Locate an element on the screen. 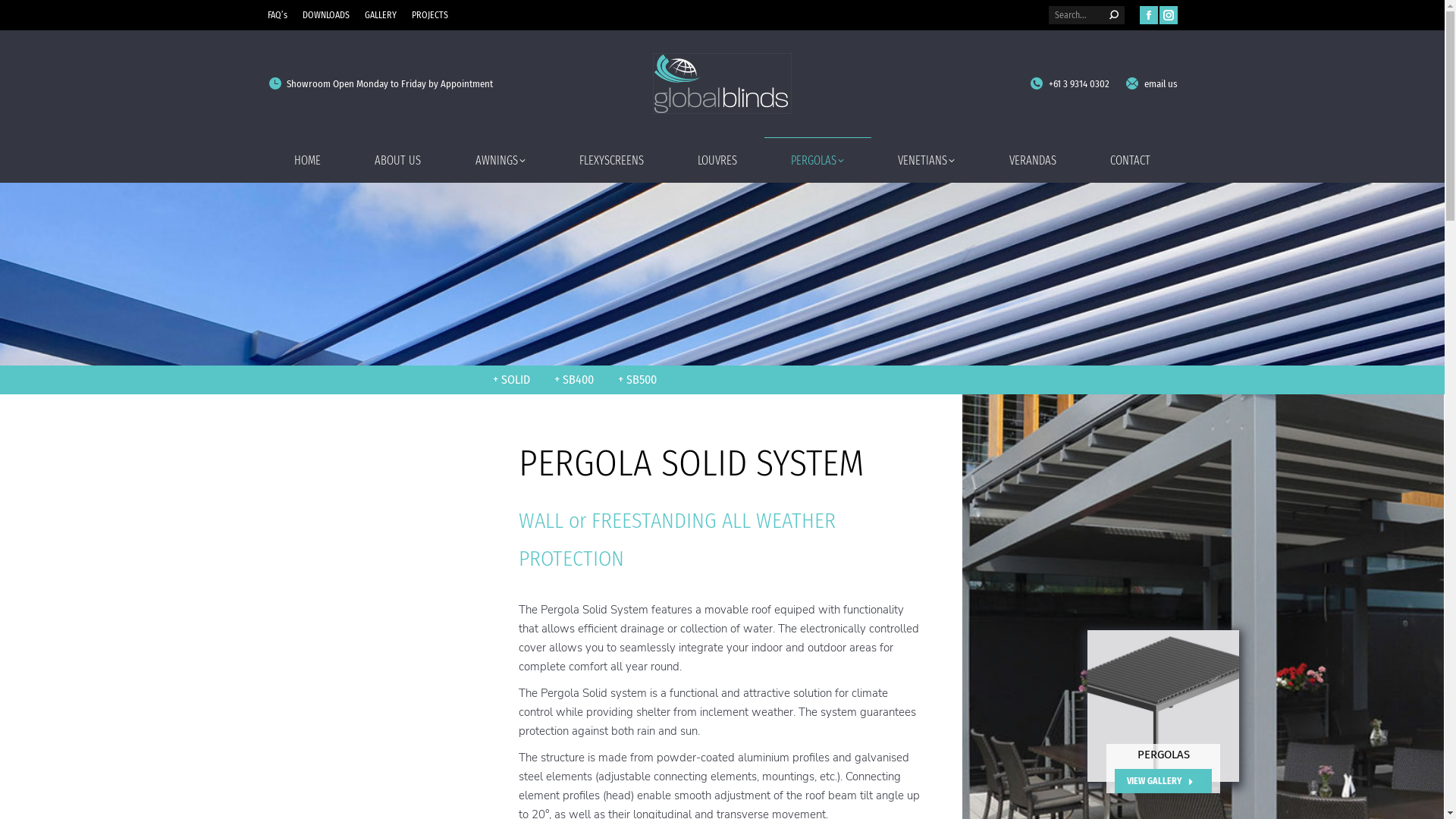 This screenshot has height=819, width=1456. 'PROJECTS' is located at coordinates (428, 14).